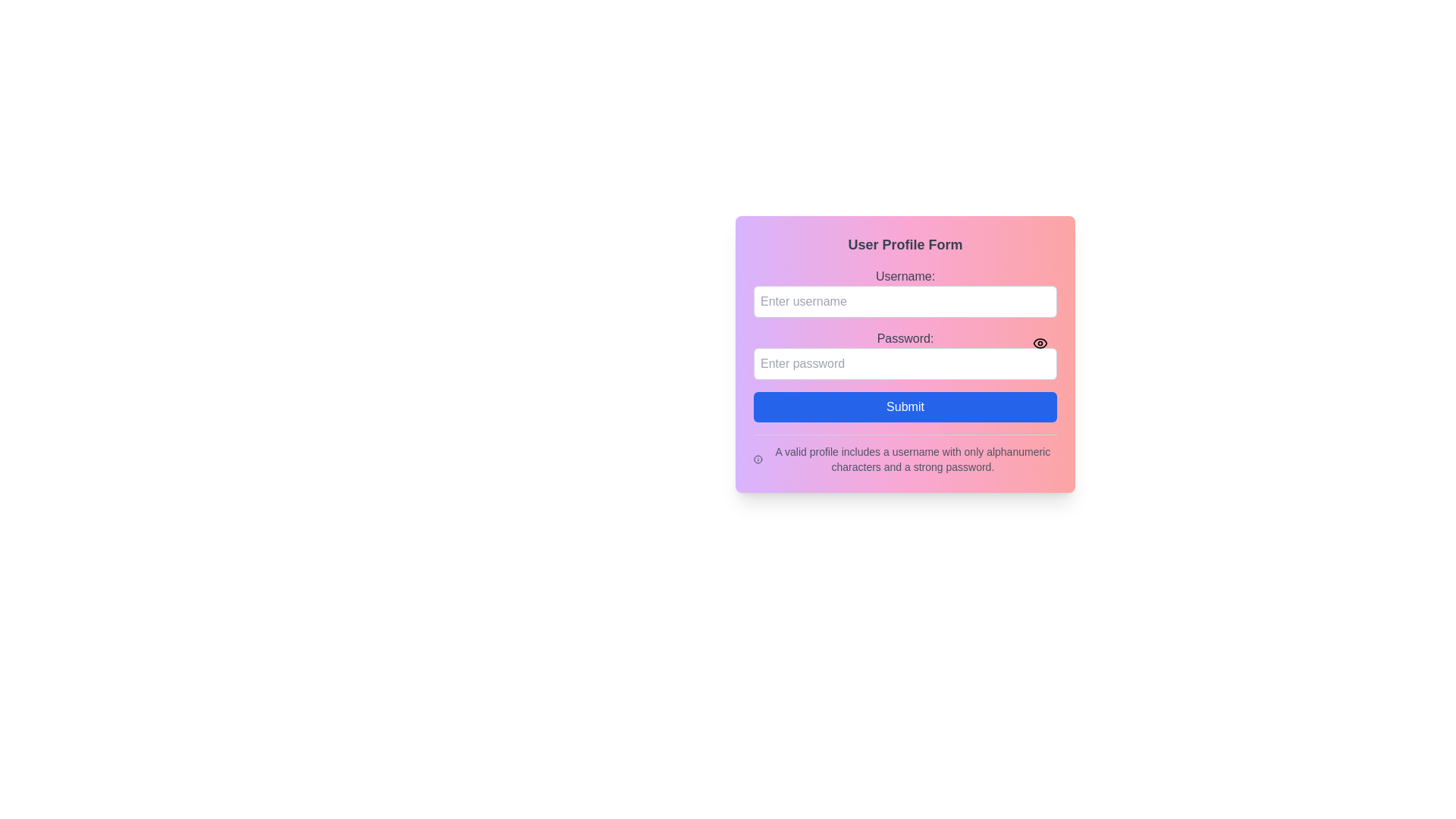 The height and width of the screenshot is (819, 1456). Describe the element at coordinates (1040, 343) in the screenshot. I see `the button located at the top-right corner of the password field` at that location.